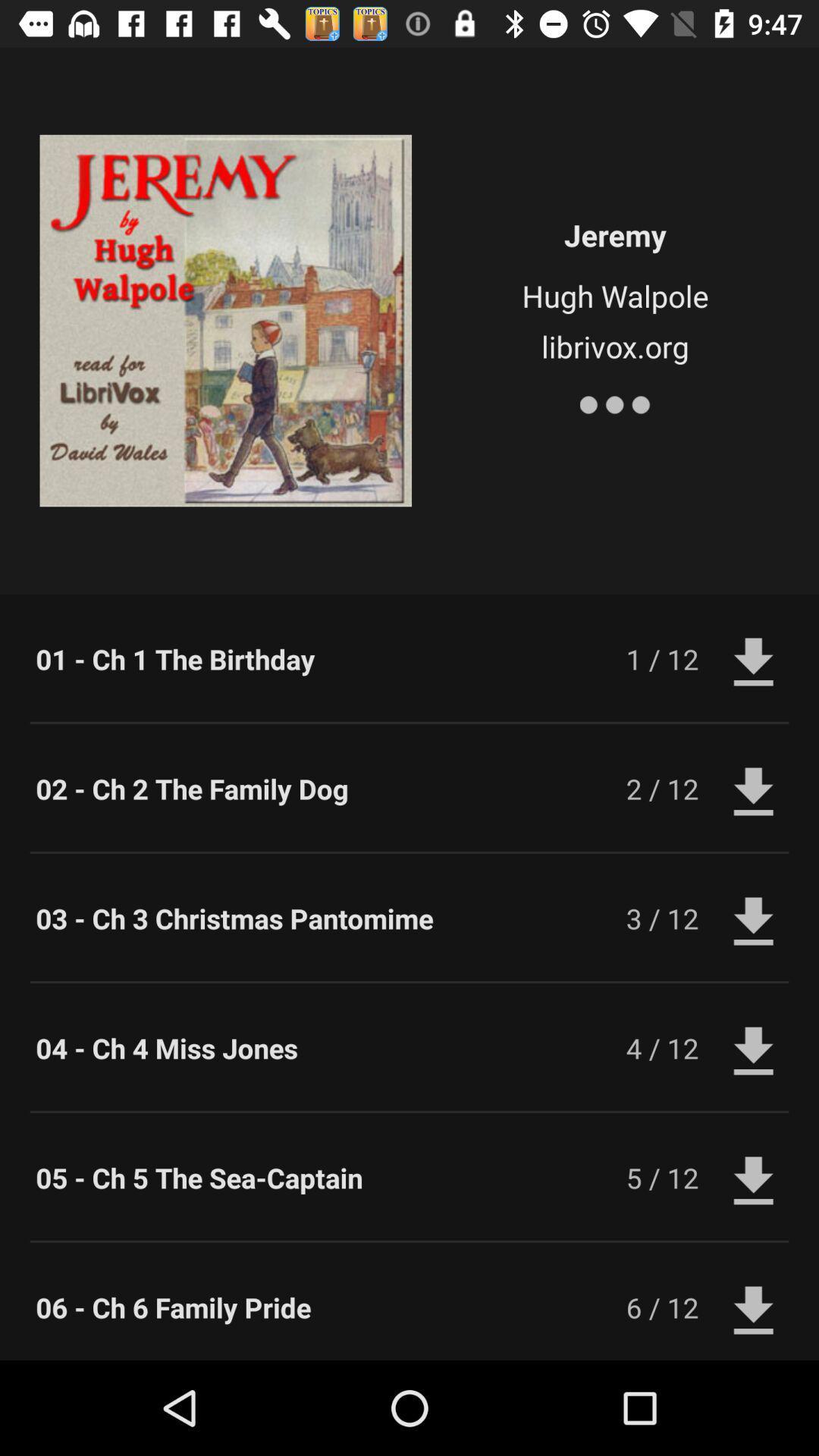  What do you see at coordinates (615, 401) in the screenshot?
I see `the item above the 01 ch 1 icon` at bounding box center [615, 401].